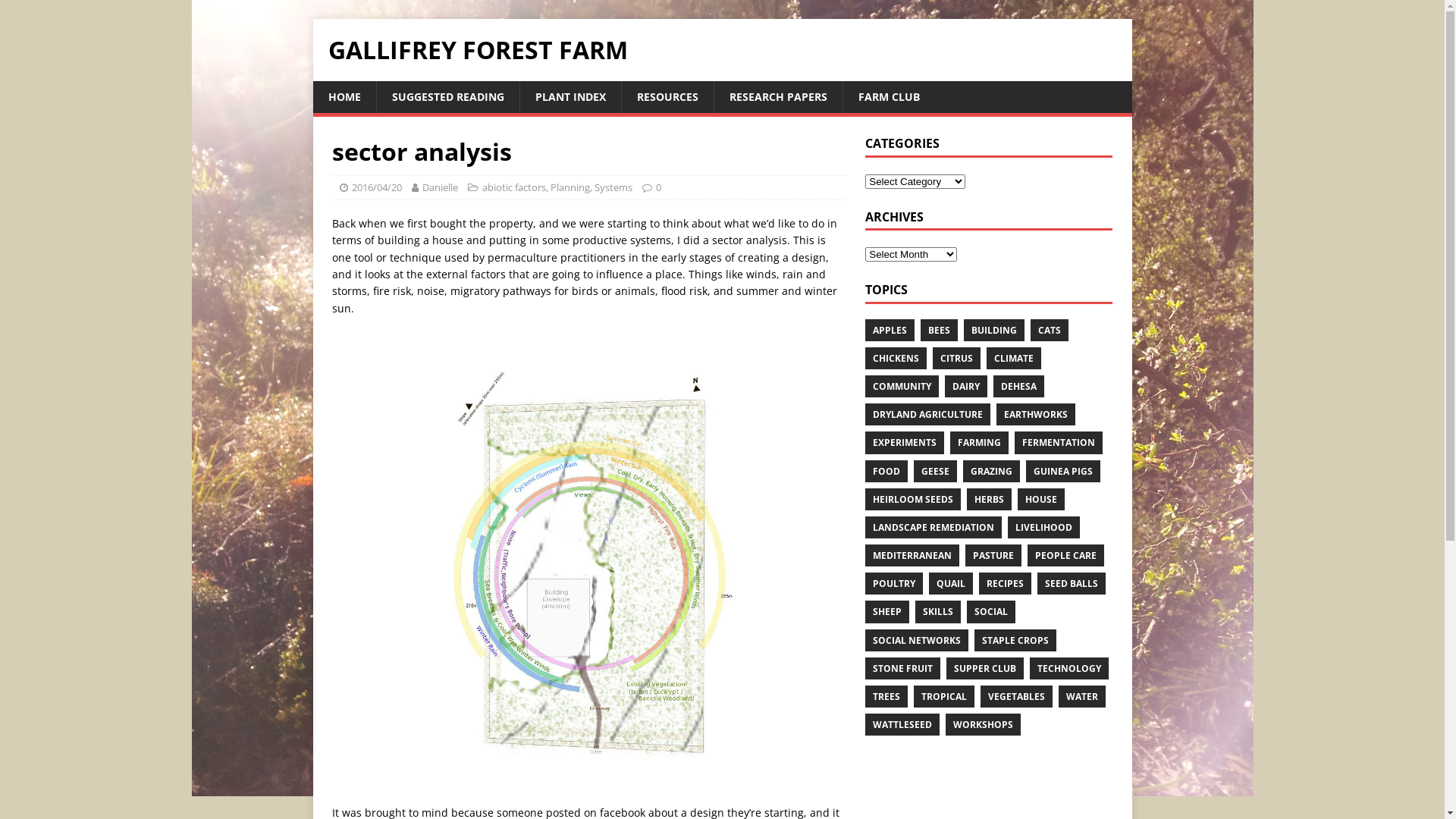  What do you see at coordinates (896, 358) in the screenshot?
I see `'CHICKENS'` at bounding box center [896, 358].